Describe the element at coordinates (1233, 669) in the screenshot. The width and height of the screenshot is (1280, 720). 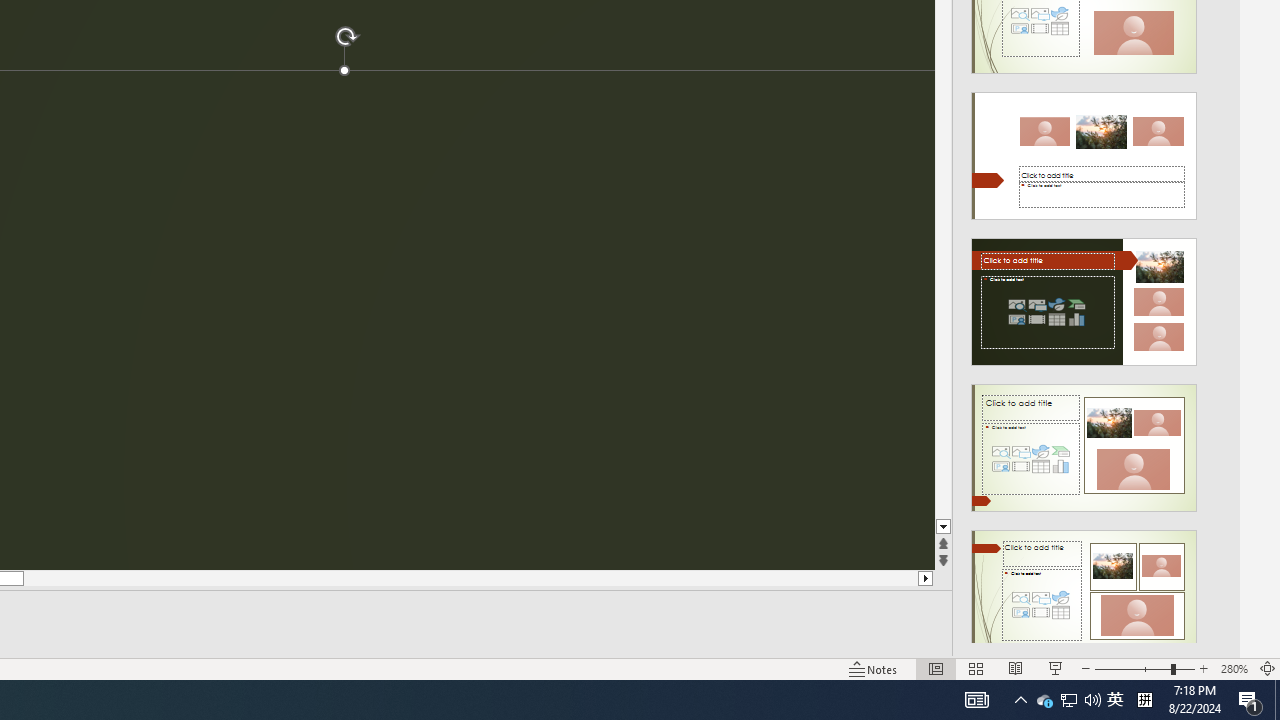
I see `'Zoom 280%'` at that location.